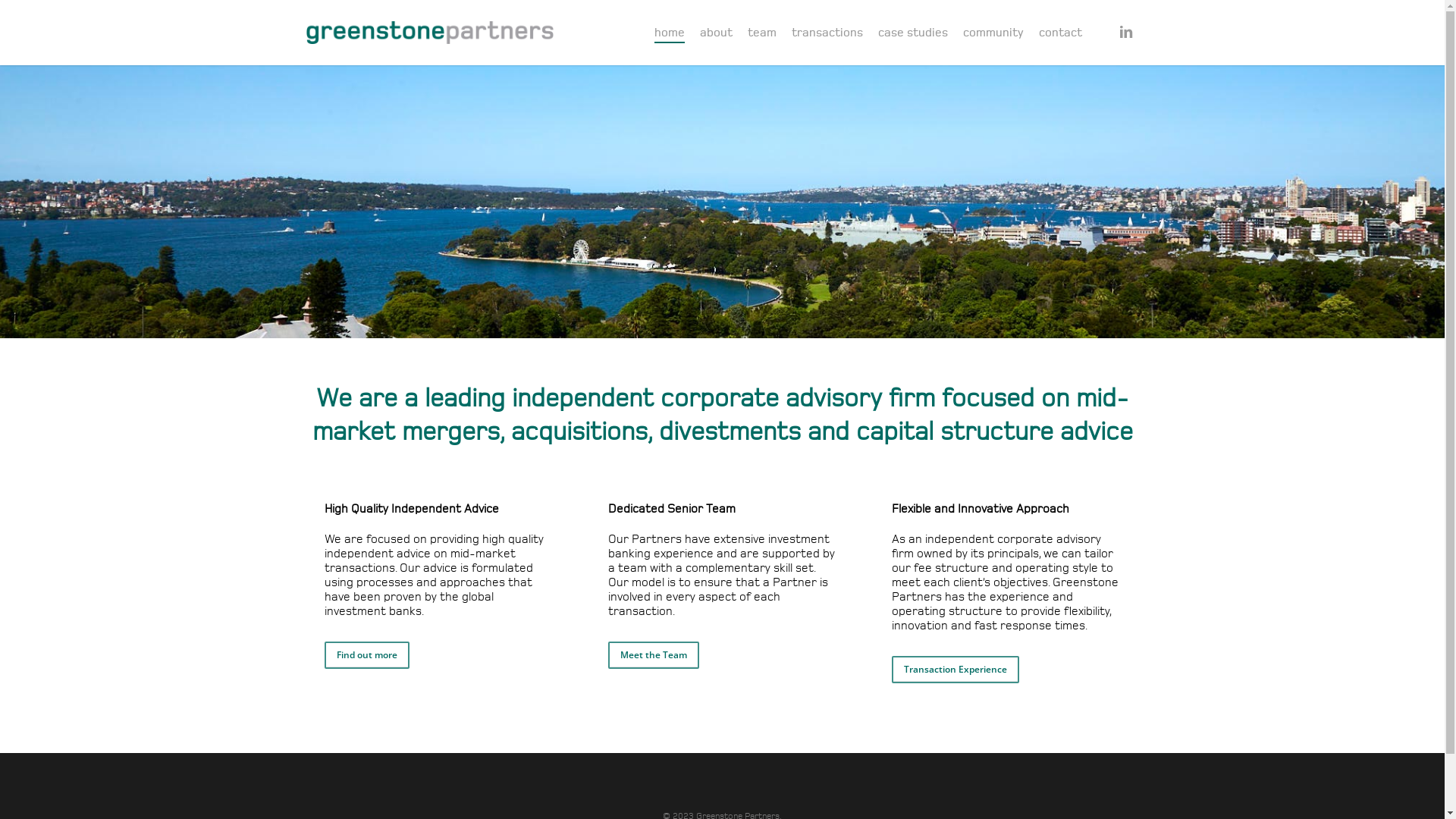 The height and width of the screenshot is (819, 1456). What do you see at coordinates (367, 654) in the screenshot?
I see `'Find out more'` at bounding box center [367, 654].